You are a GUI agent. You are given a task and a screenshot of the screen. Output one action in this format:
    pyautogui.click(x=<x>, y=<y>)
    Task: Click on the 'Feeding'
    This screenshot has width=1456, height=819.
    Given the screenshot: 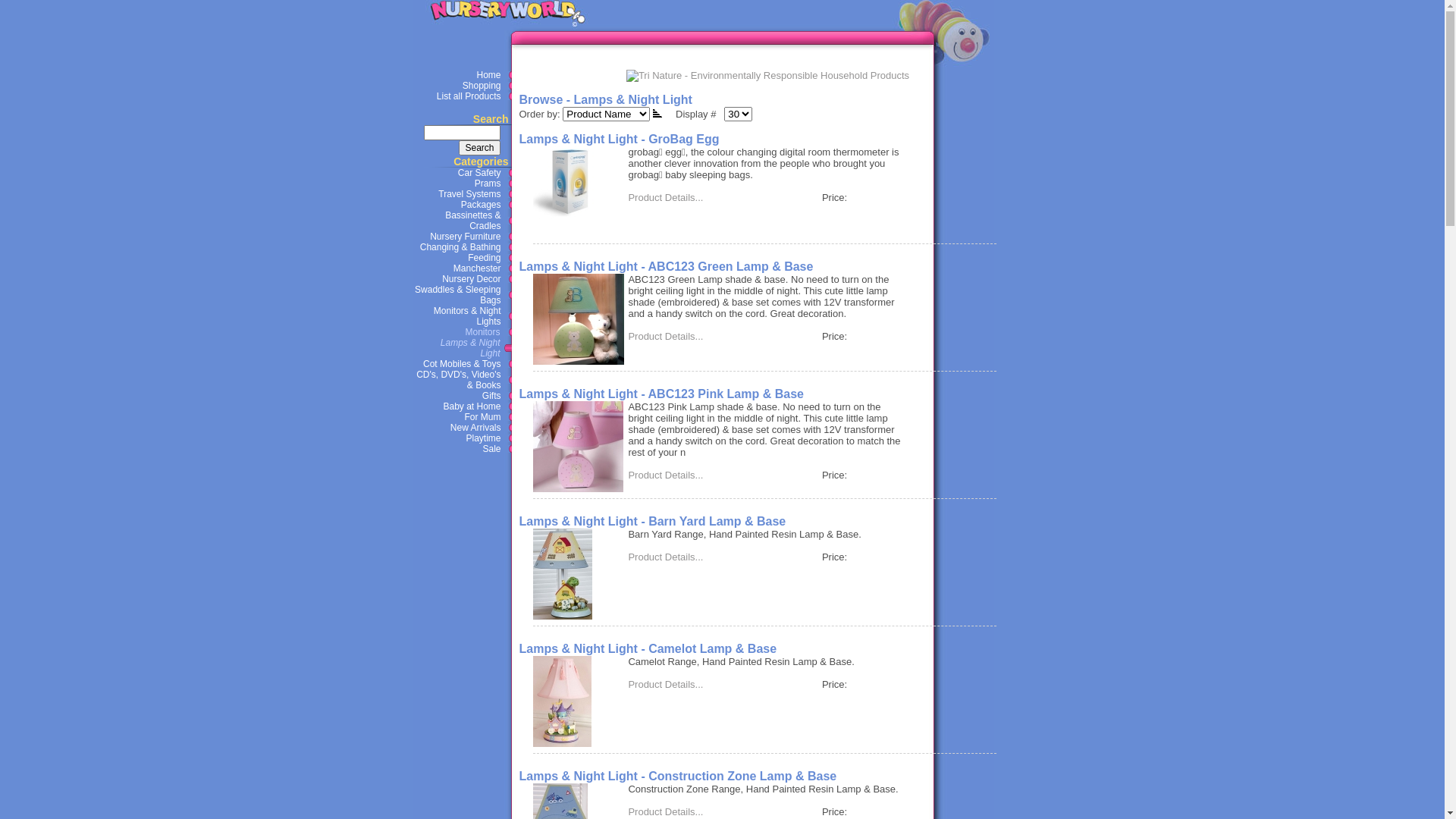 What is the action you would take?
    pyautogui.click(x=461, y=256)
    